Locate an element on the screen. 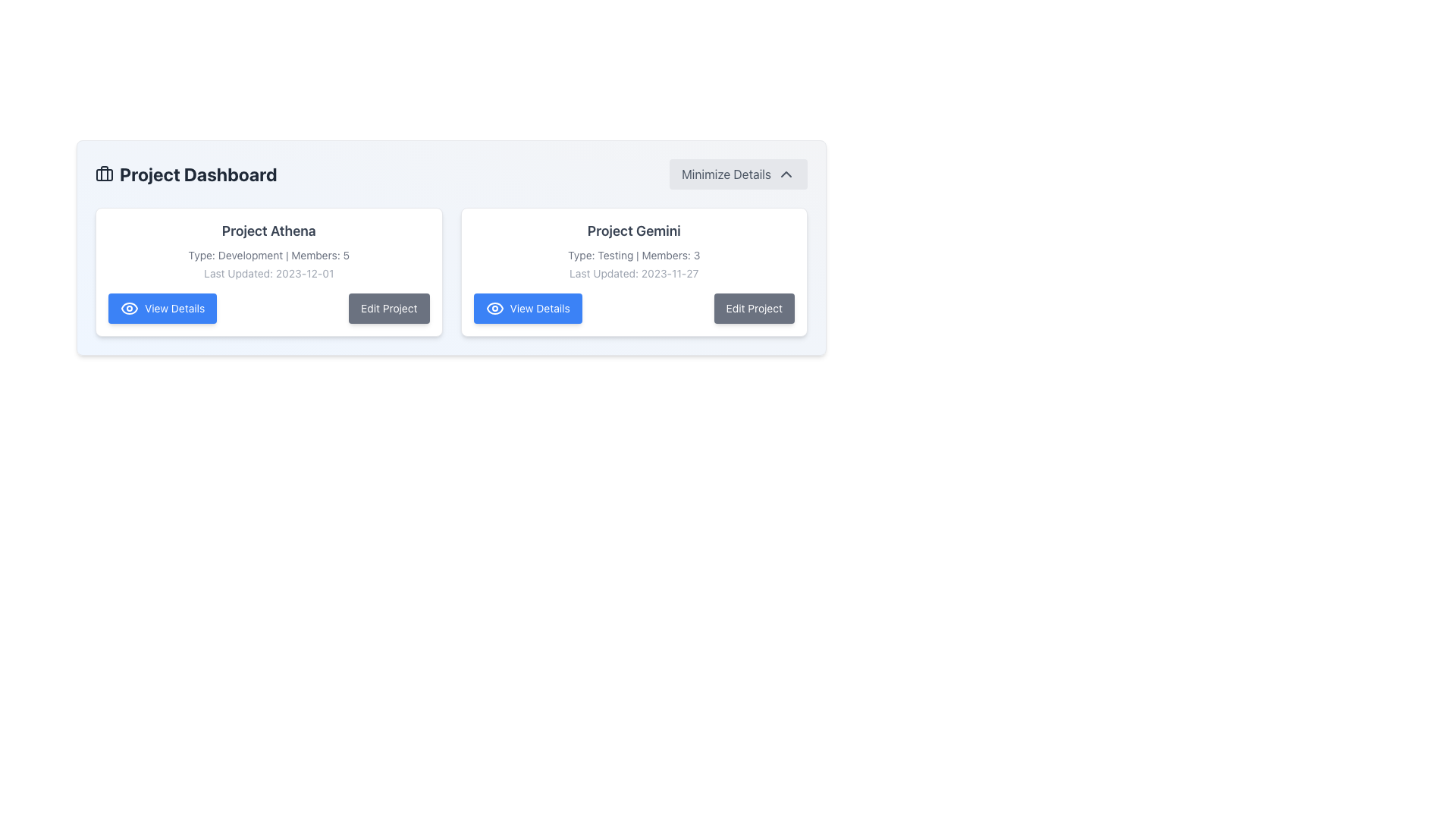  informational context provided by the Text Label located under the heading 'Project Gemini', which details the type and member count of the project is located at coordinates (634, 254).